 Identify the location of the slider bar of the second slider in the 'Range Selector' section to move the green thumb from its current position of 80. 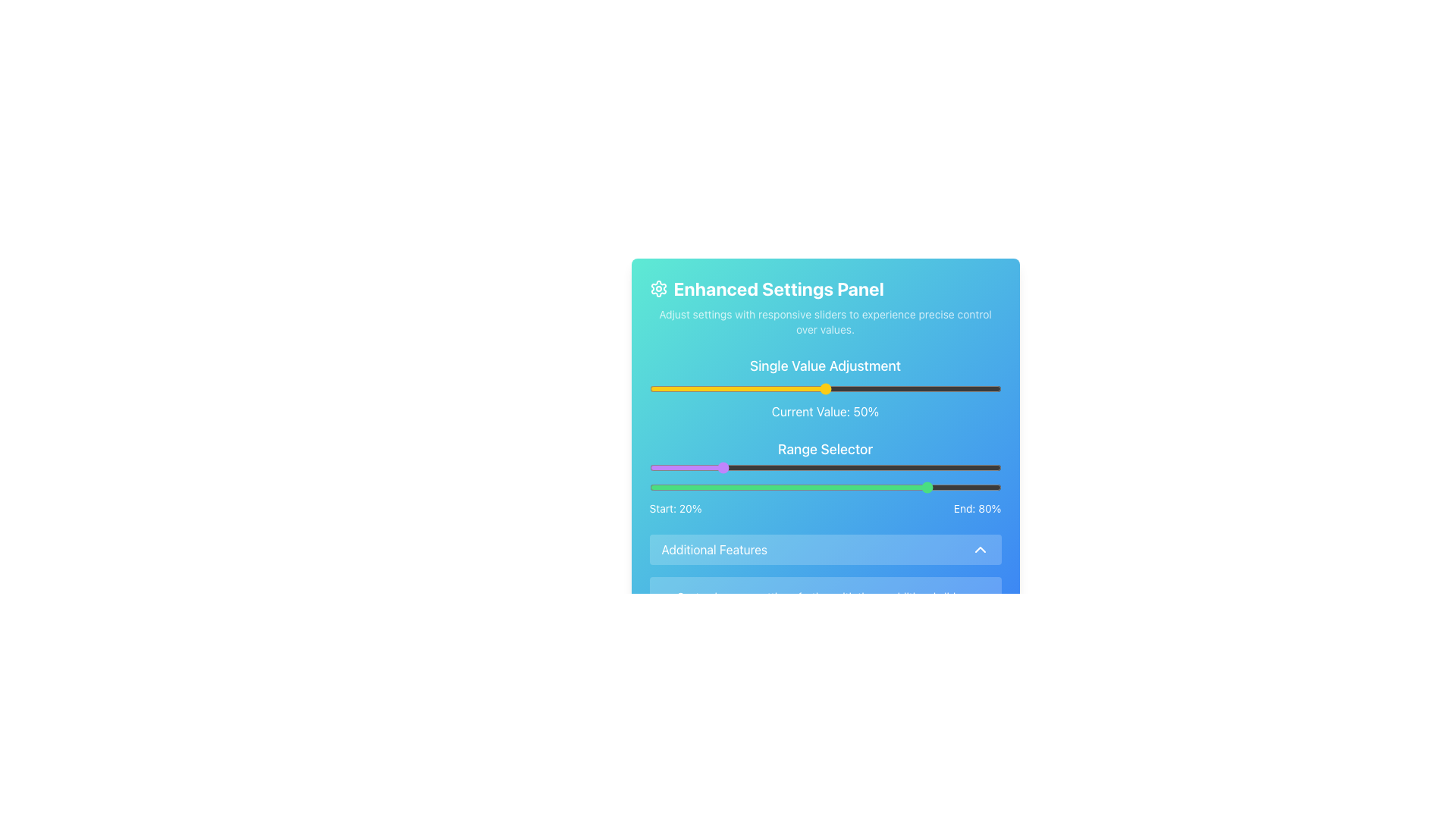
(824, 488).